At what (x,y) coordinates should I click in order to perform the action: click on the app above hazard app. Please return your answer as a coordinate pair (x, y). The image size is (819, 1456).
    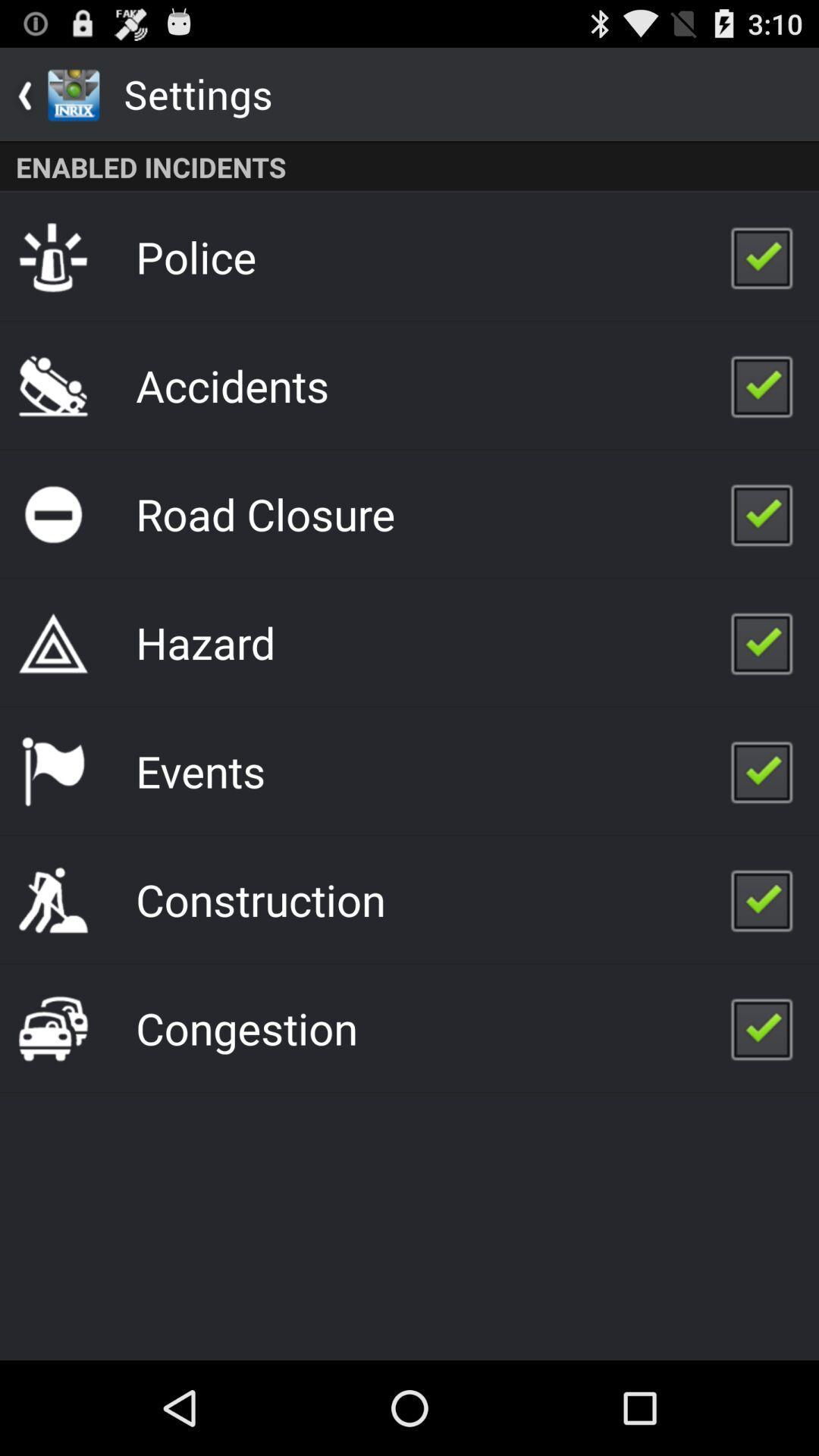
    Looking at the image, I should click on (265, 513).